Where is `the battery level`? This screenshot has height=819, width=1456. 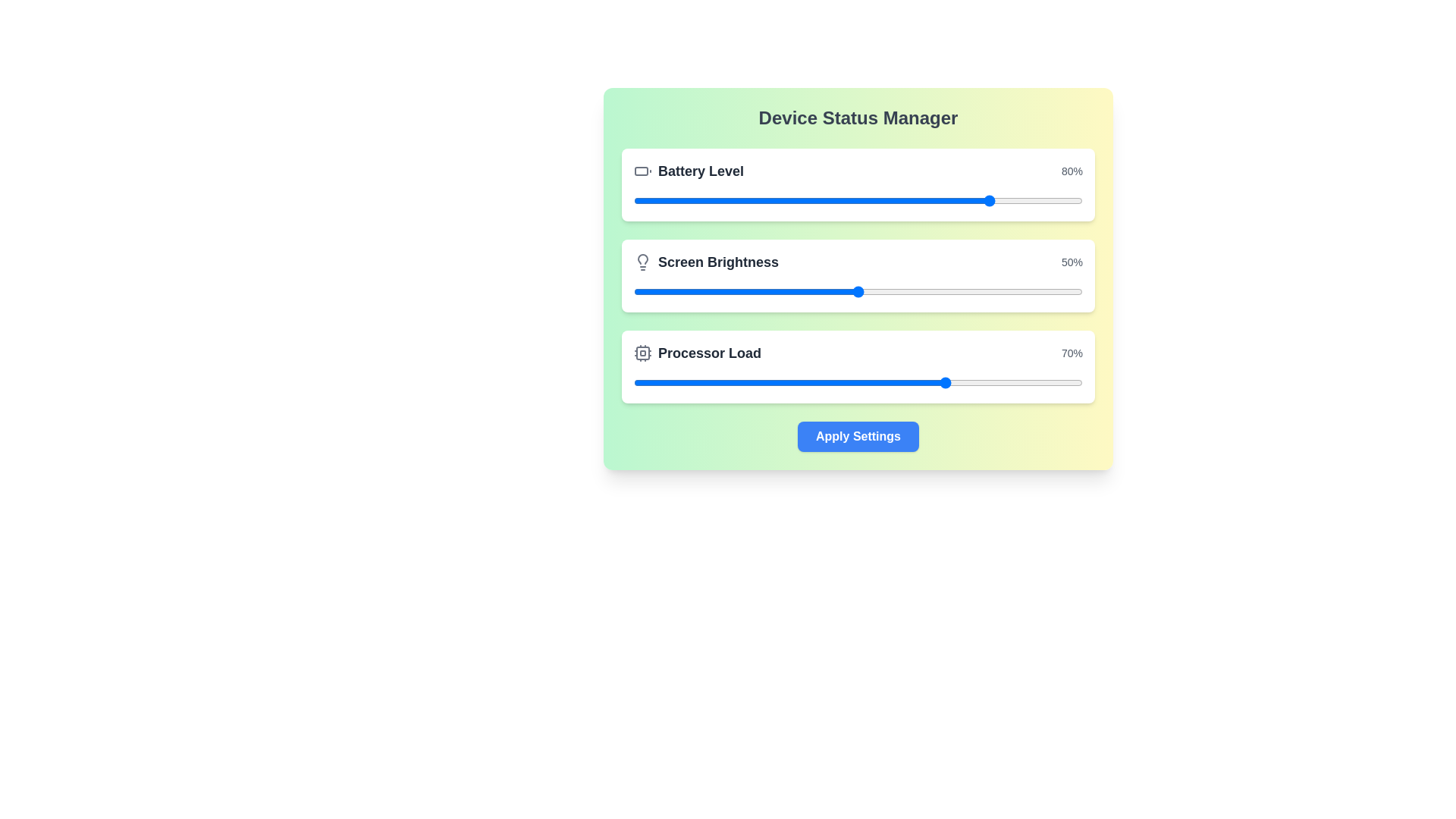
the battery level is located at coordinates (912, 200).